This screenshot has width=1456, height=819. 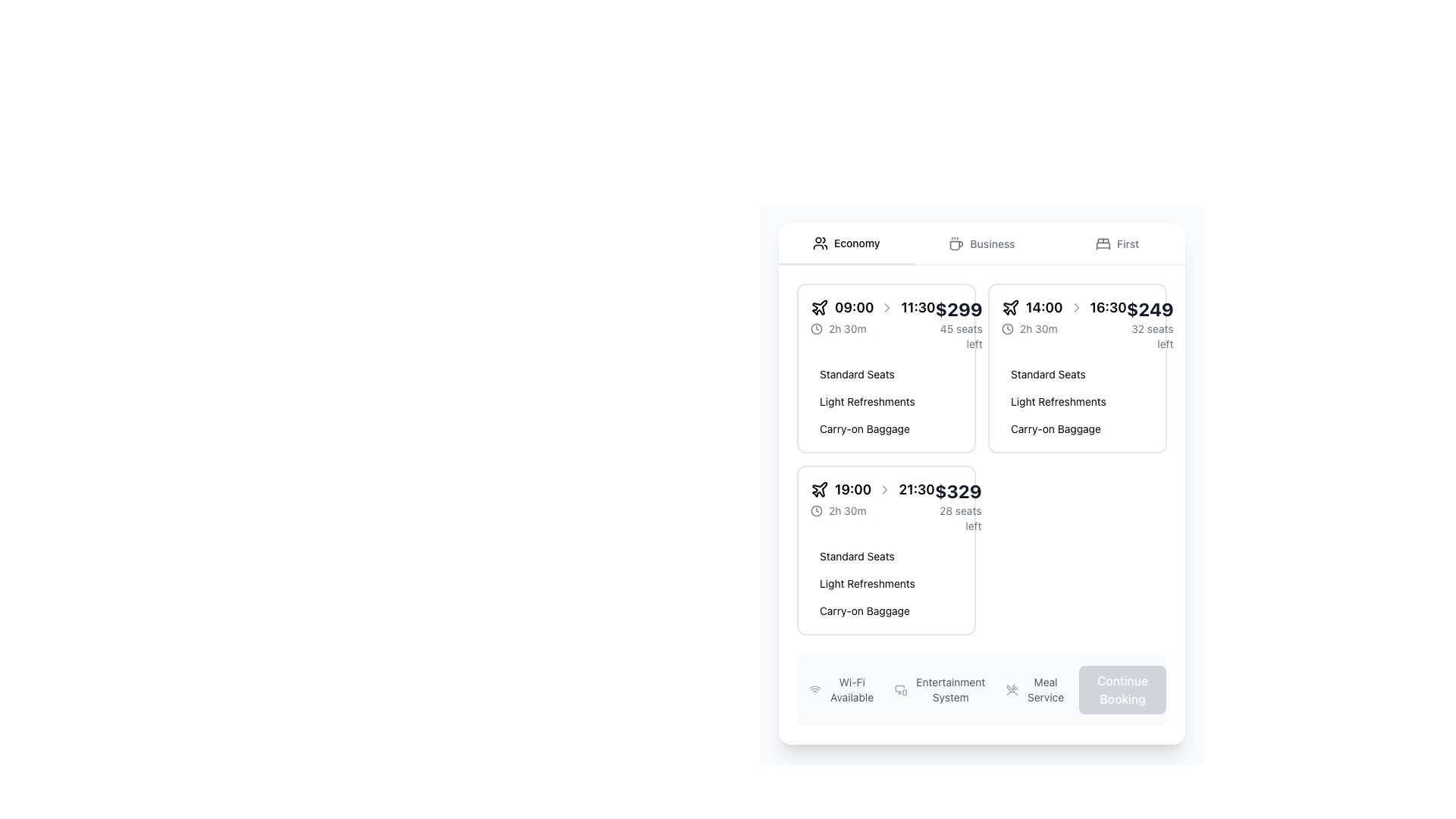 What do you see at coordinates (949, 690) in the screenshot?
I see `the Static Text label for the 'Entertainment System' feature, located below the main content area and aligned with icons like 'Wi-Fi Available' and 'Meal Service'` at bounding box center [949, 690].